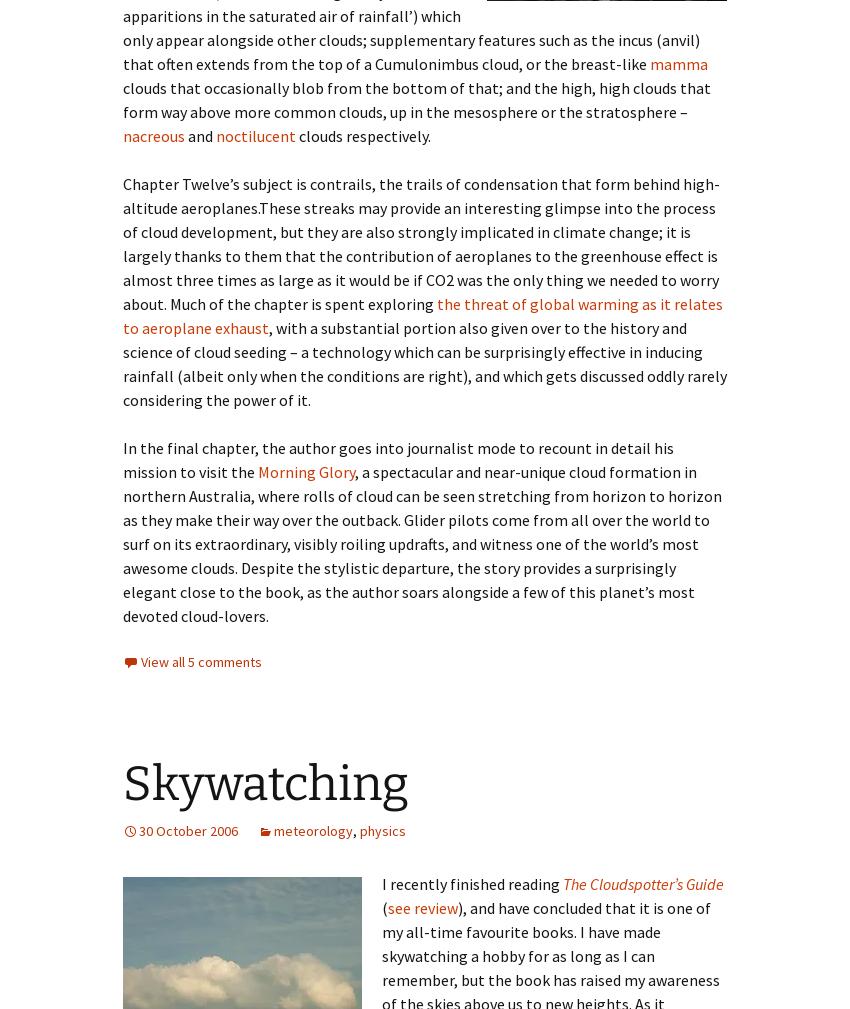 This screenshot has height=1009, width=850. What do you see at coordinates (138, 830) in the screenshot?
I see `'30 October 2006'` at bounding box center [138, 830].